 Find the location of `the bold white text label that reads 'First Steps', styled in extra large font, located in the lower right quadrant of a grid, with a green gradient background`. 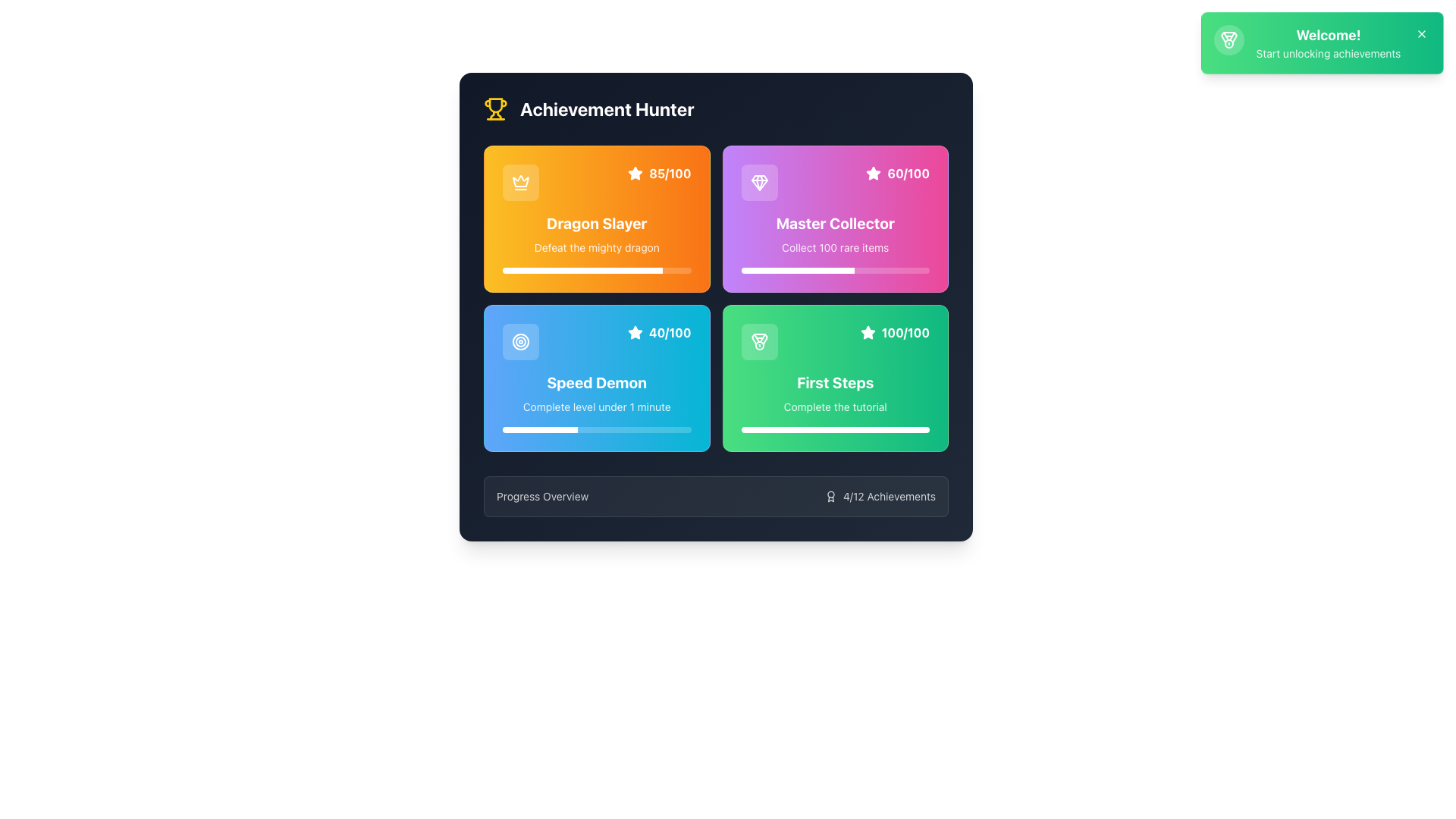

the bold white text label that reads 'First Steps', styled in extra large font, located in the lower right quadrant of a grid, with a green gradient background is located at coordinates (834, 382).